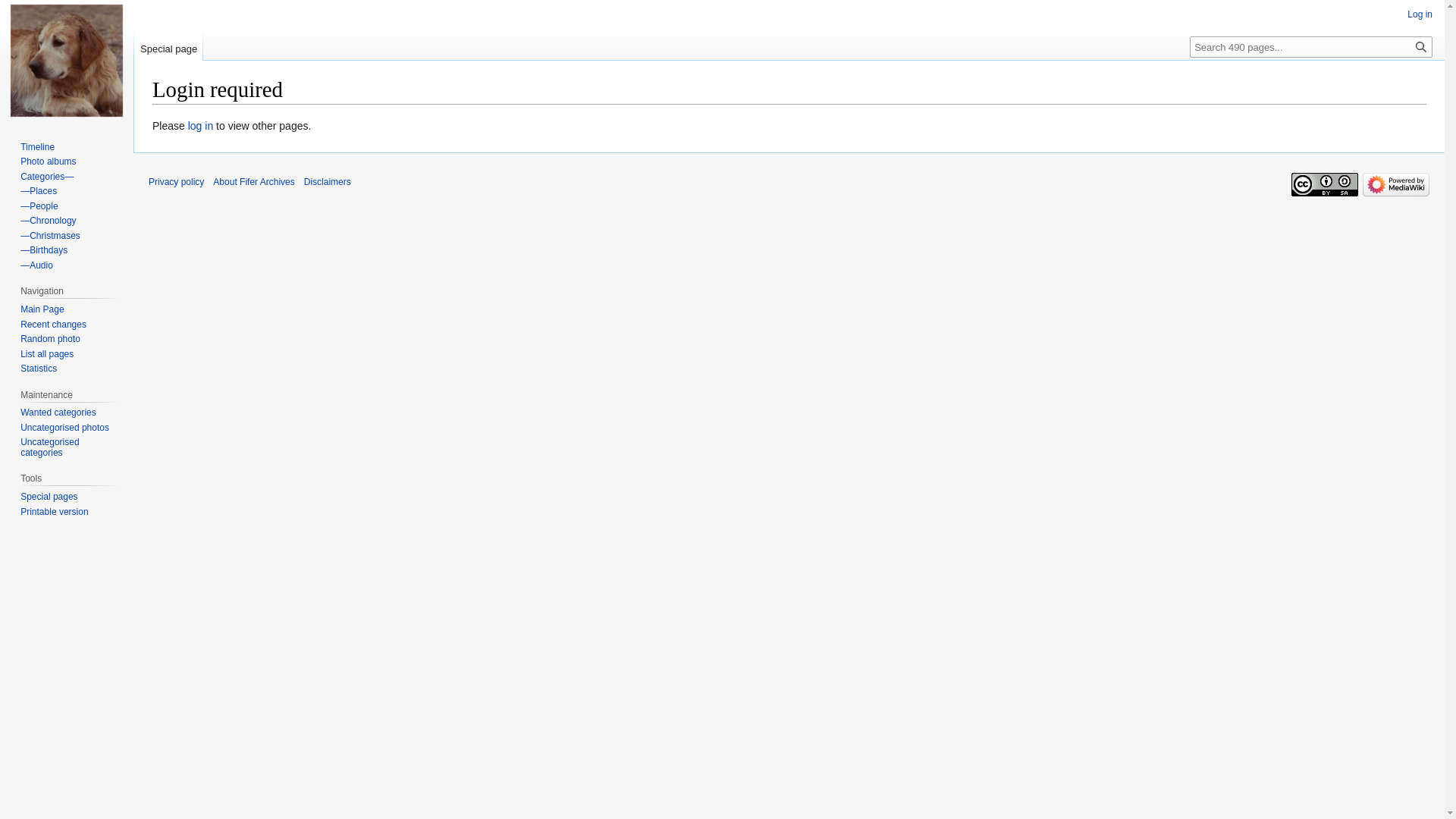 The image size is (1456, 819). Describe the element at coordinates (1410, 45) in the screenshot. I see `'Search pages for this text'` at that location.